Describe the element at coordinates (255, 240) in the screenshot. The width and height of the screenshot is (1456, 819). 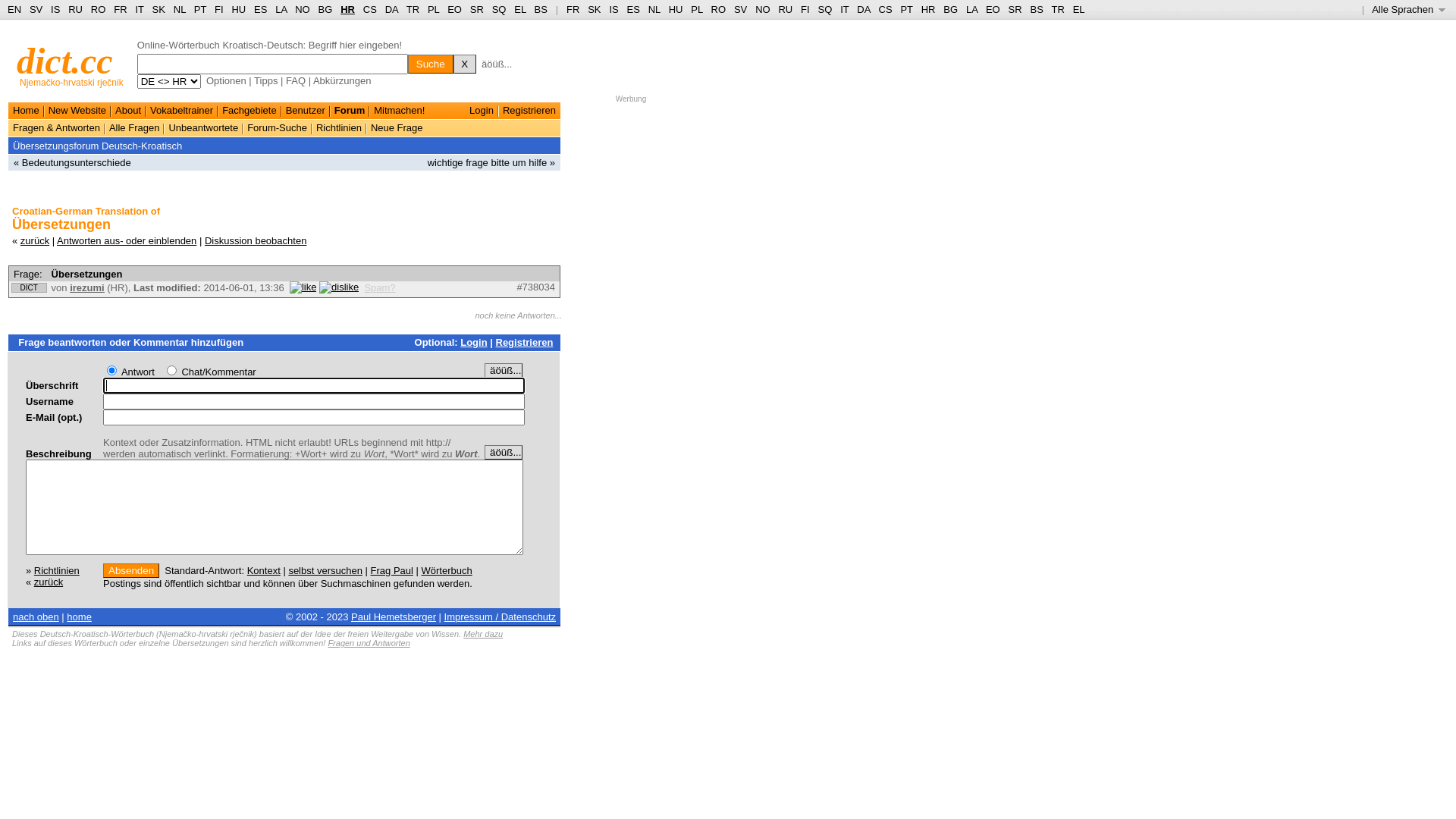
I see `'Diskussion beobachten'` at that location.